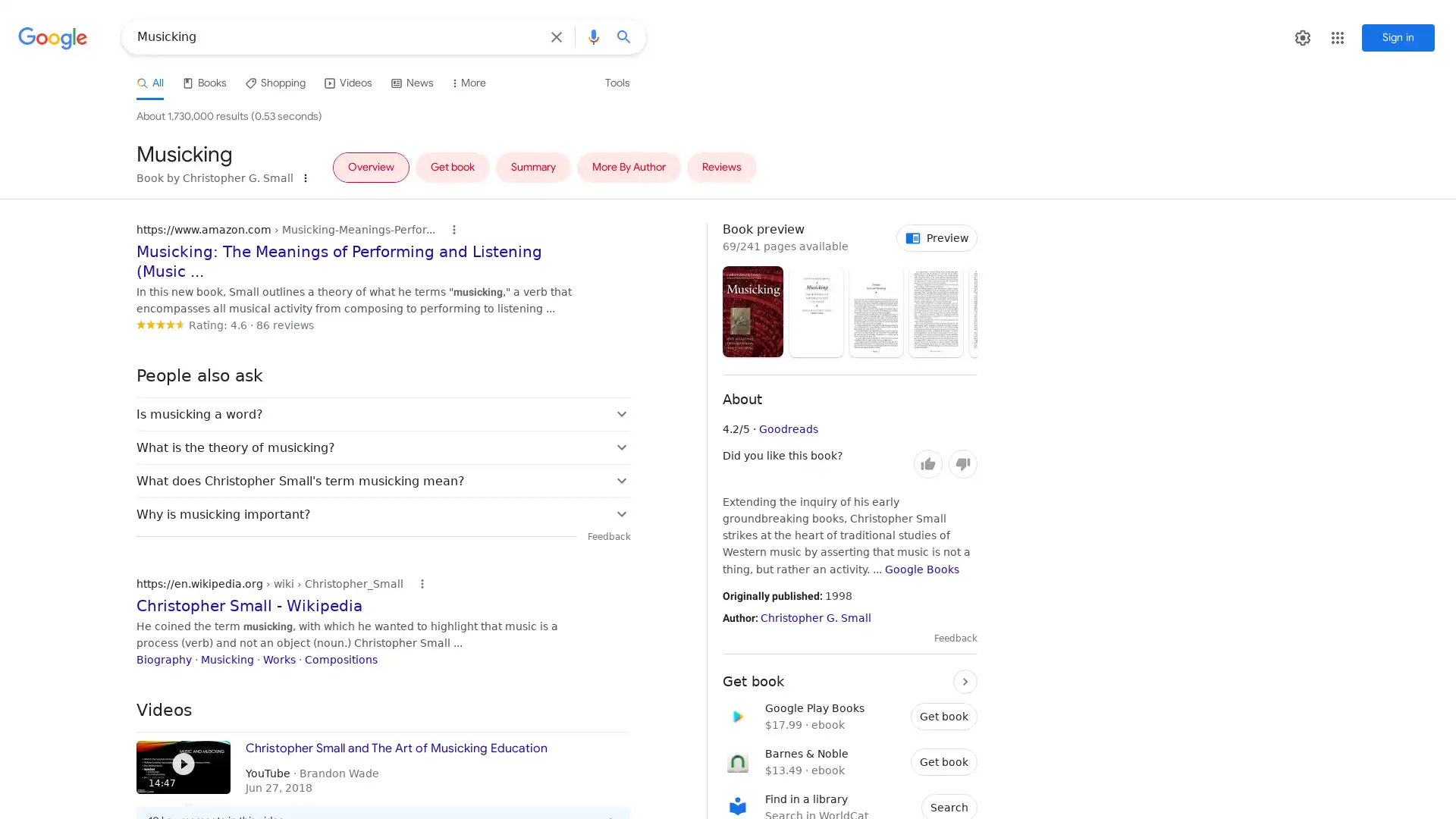 This screenshot has width=1456, height=819. Describe the element at coordinates (422, 582) in the screenshot. I see `About this Result` at that location.